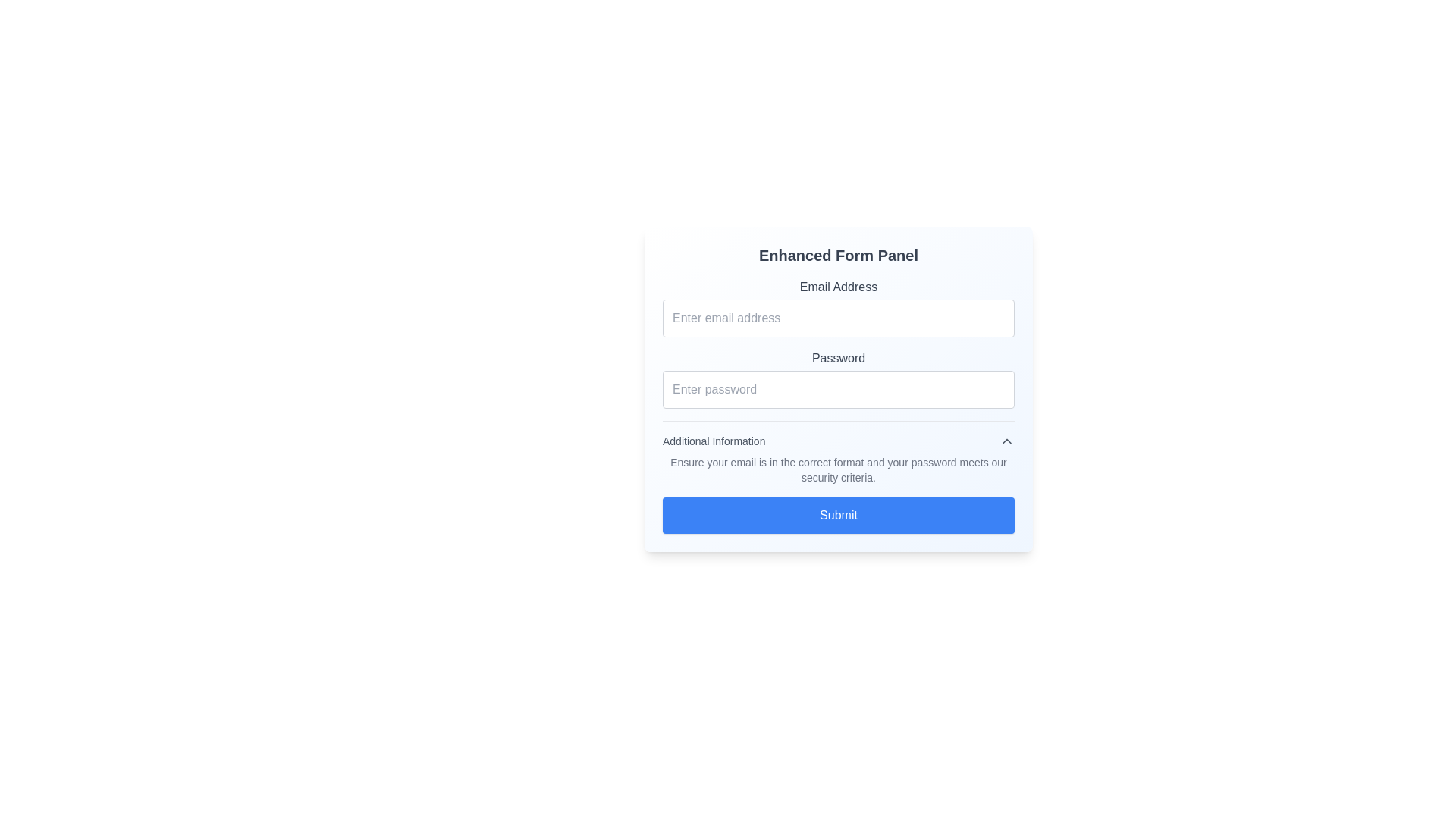  Describe the element at coordinates (837, 452) in the screenshot. I see `textual information from the 'Additional Information' block, which includes a title in medium gray and guidance text in light gray, located below the 'Password' section and above the 'Submit' button` at that location.